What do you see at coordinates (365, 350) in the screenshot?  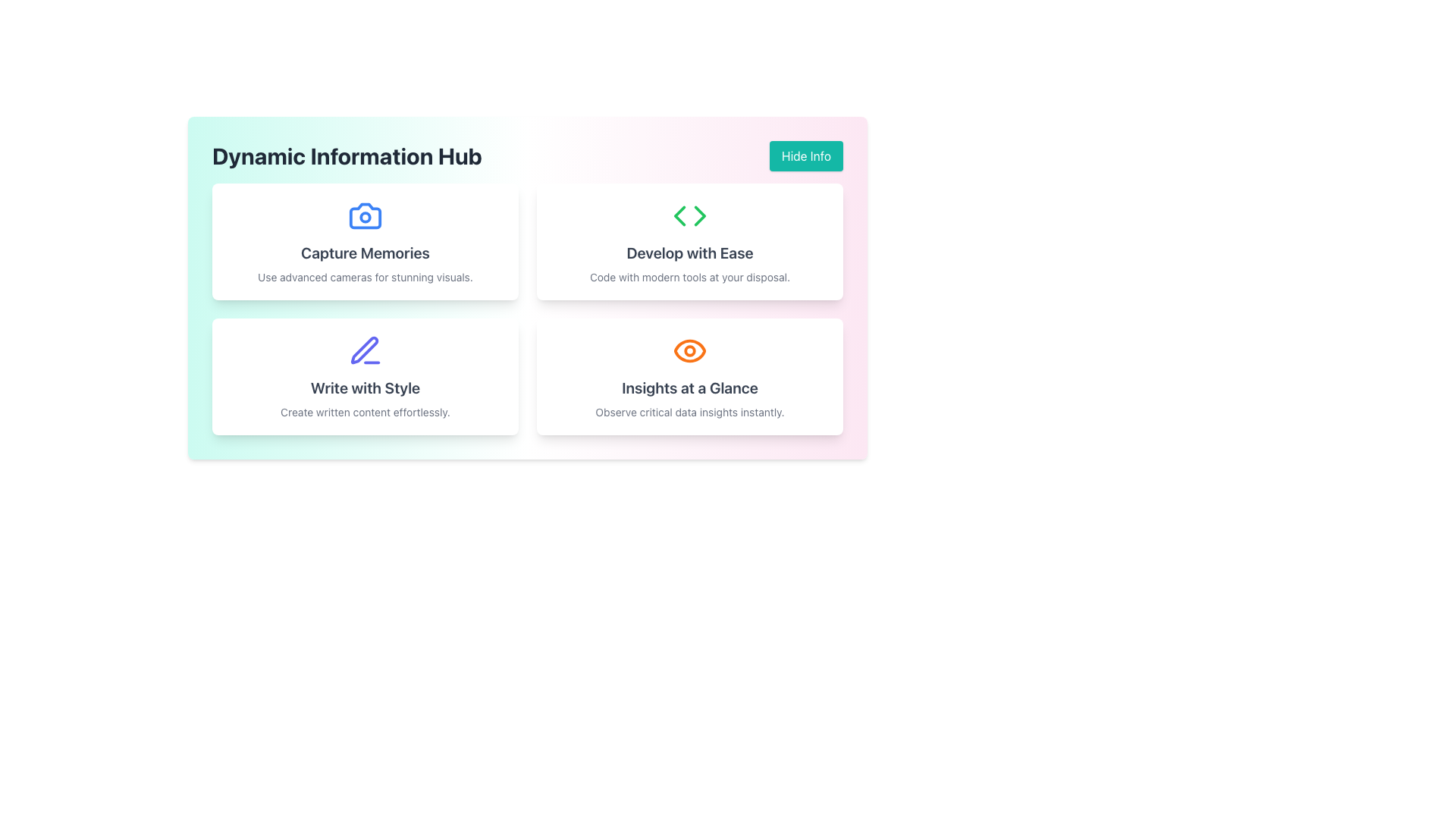 I see `the pen icon located in the card labeled 'Write with Style' in the bottom-left corner of the grid layout` at bounding box center [365, 350].